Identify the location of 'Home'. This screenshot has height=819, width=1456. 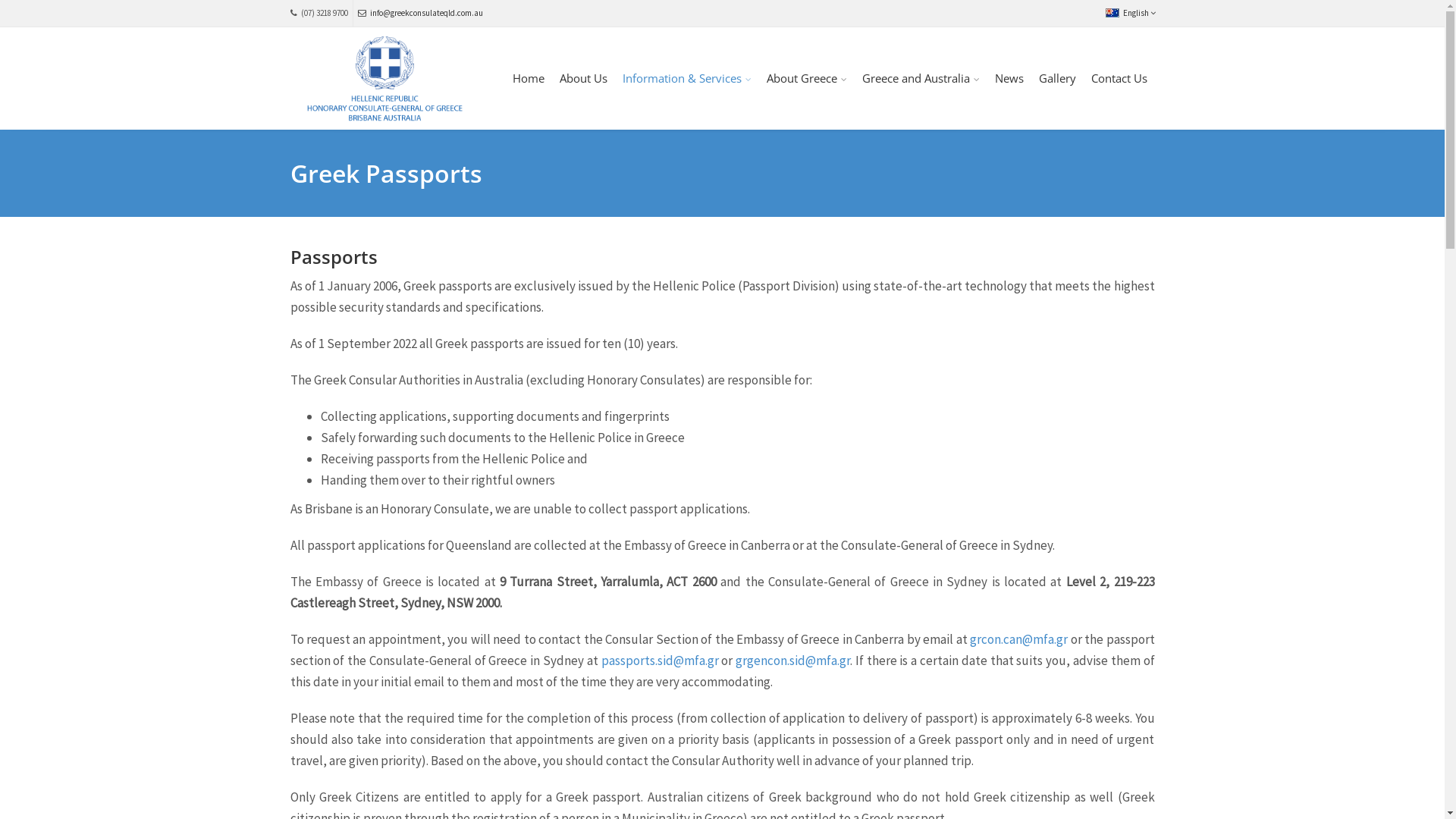
(528, 78).